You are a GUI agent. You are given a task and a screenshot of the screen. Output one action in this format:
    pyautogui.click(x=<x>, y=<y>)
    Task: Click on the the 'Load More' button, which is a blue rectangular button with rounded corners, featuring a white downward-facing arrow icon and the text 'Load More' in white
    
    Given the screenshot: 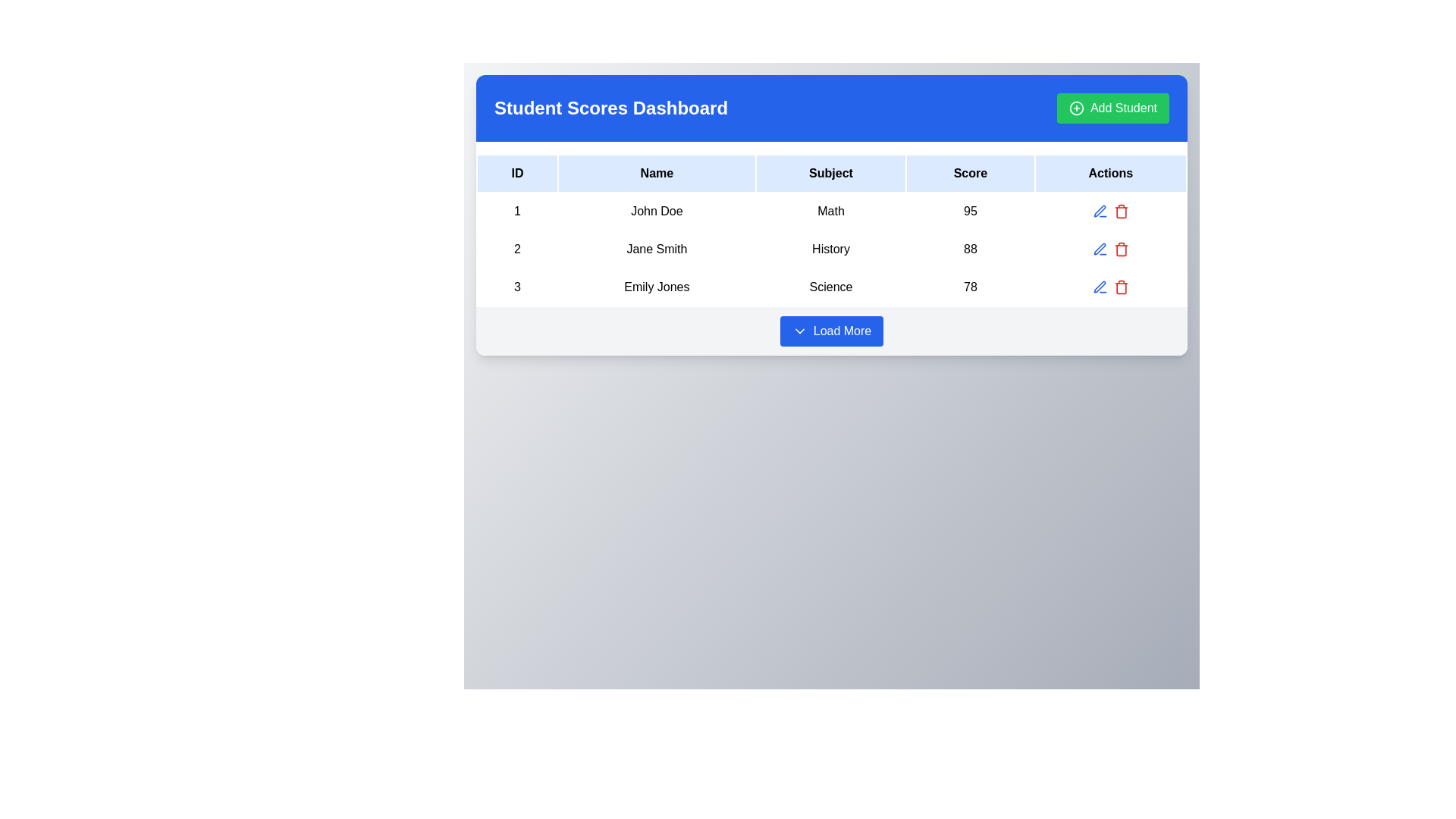 What is the action you would take?
    pyautogui.click(x=831, y=330)
    